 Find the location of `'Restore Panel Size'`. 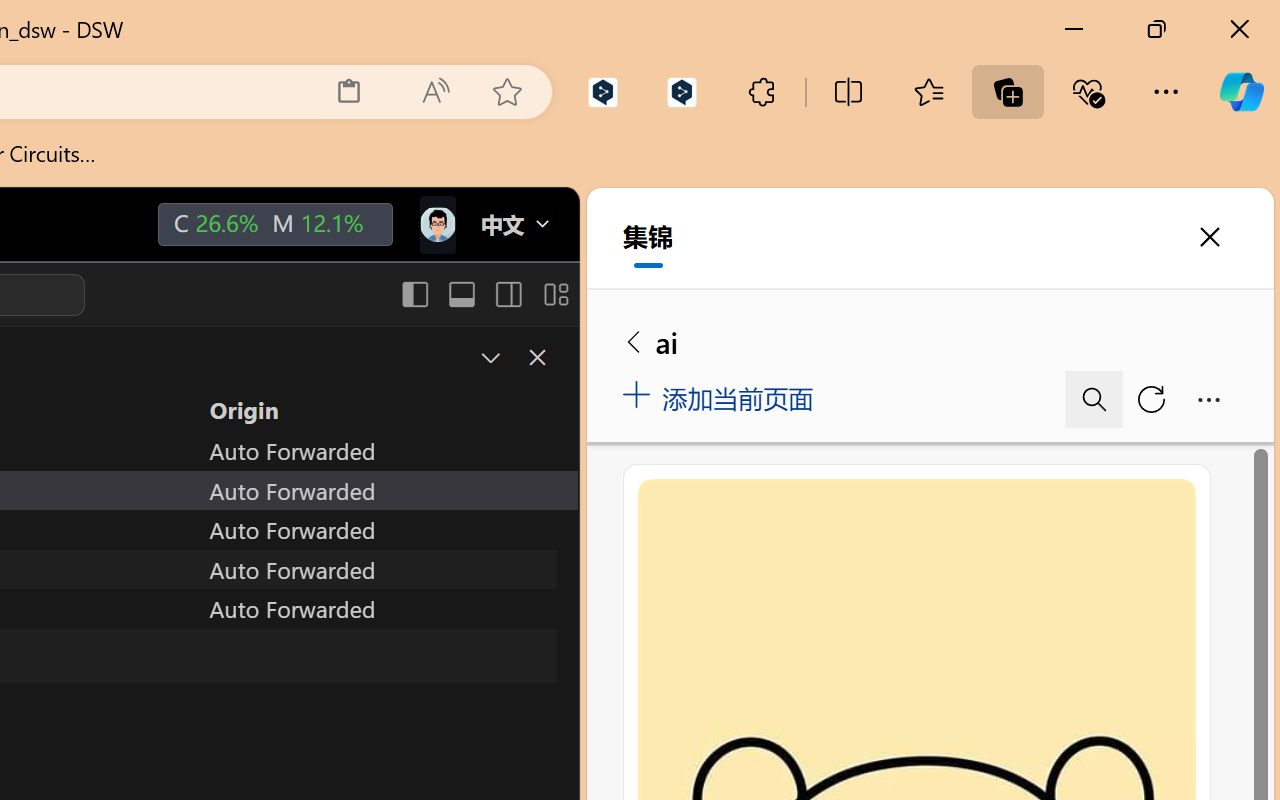

'Restore Panel Size' is located at coordinates (488, 357).